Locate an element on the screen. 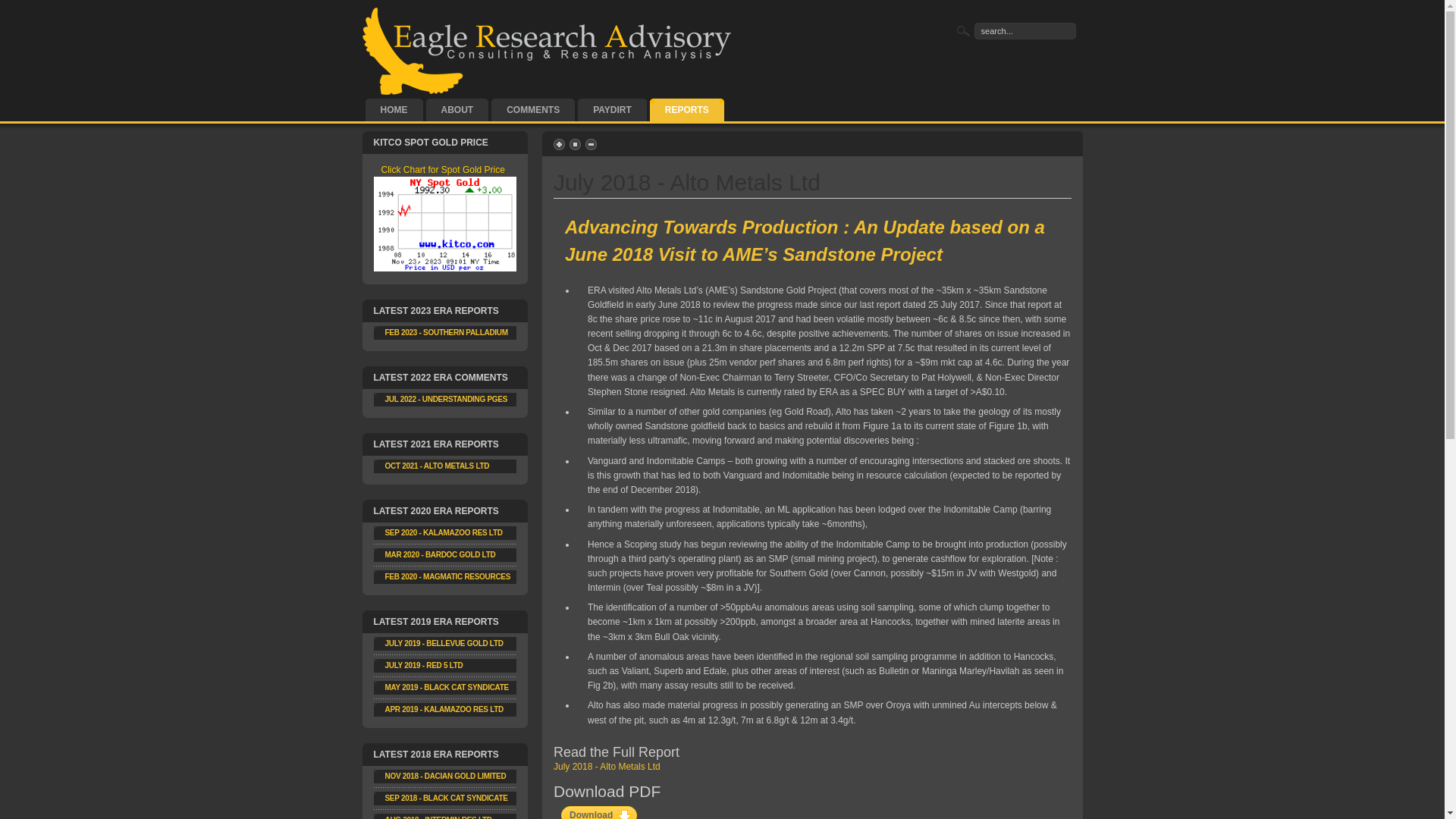 Image resolution: width=1456 pixels, height=819 pixels. 'JUL 2022 - UNDERSTANDING PGES' is located at coordinates (446, 398).